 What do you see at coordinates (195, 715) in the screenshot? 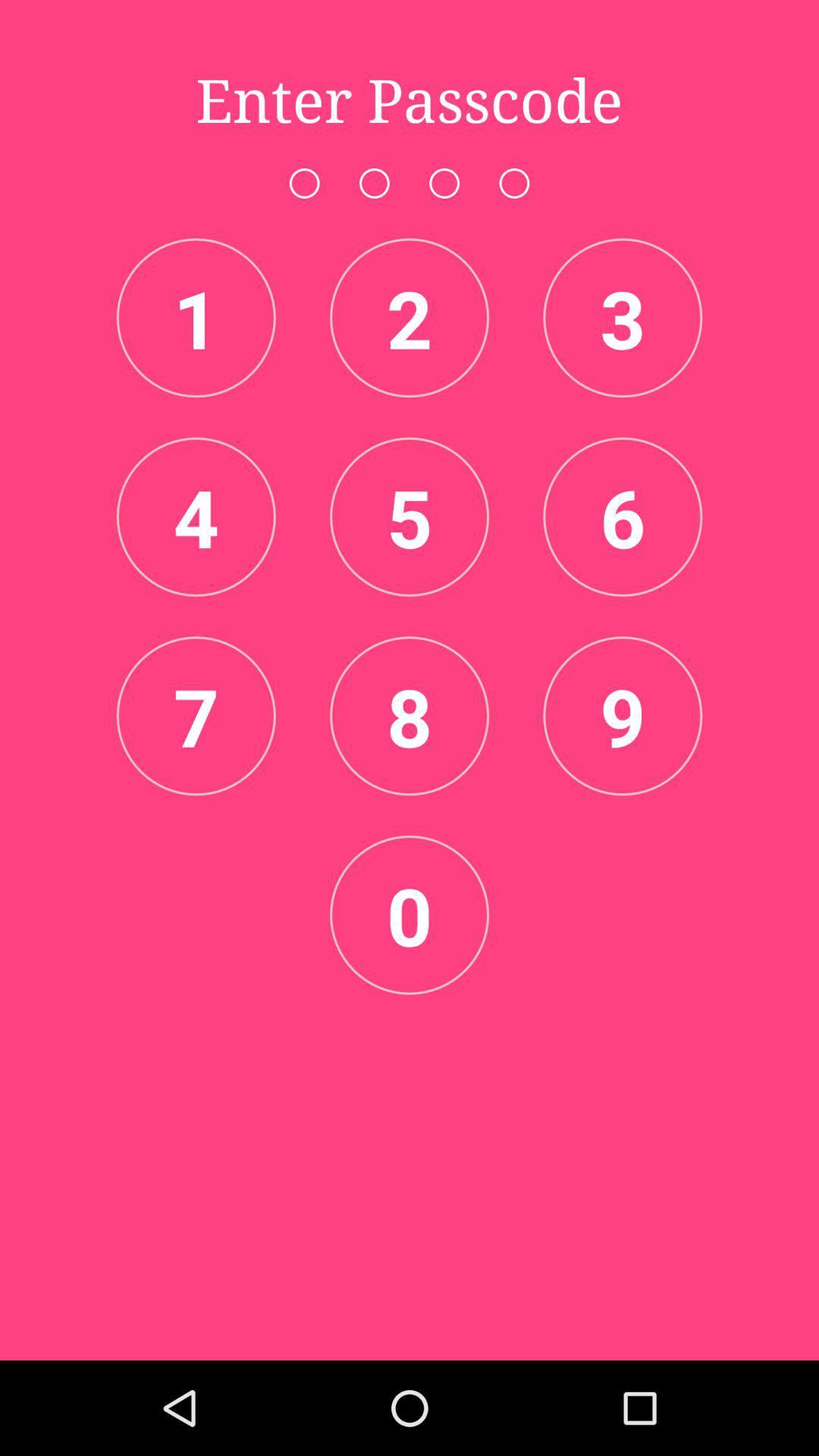
I see `the number 7` at bounding box center [195, 715].